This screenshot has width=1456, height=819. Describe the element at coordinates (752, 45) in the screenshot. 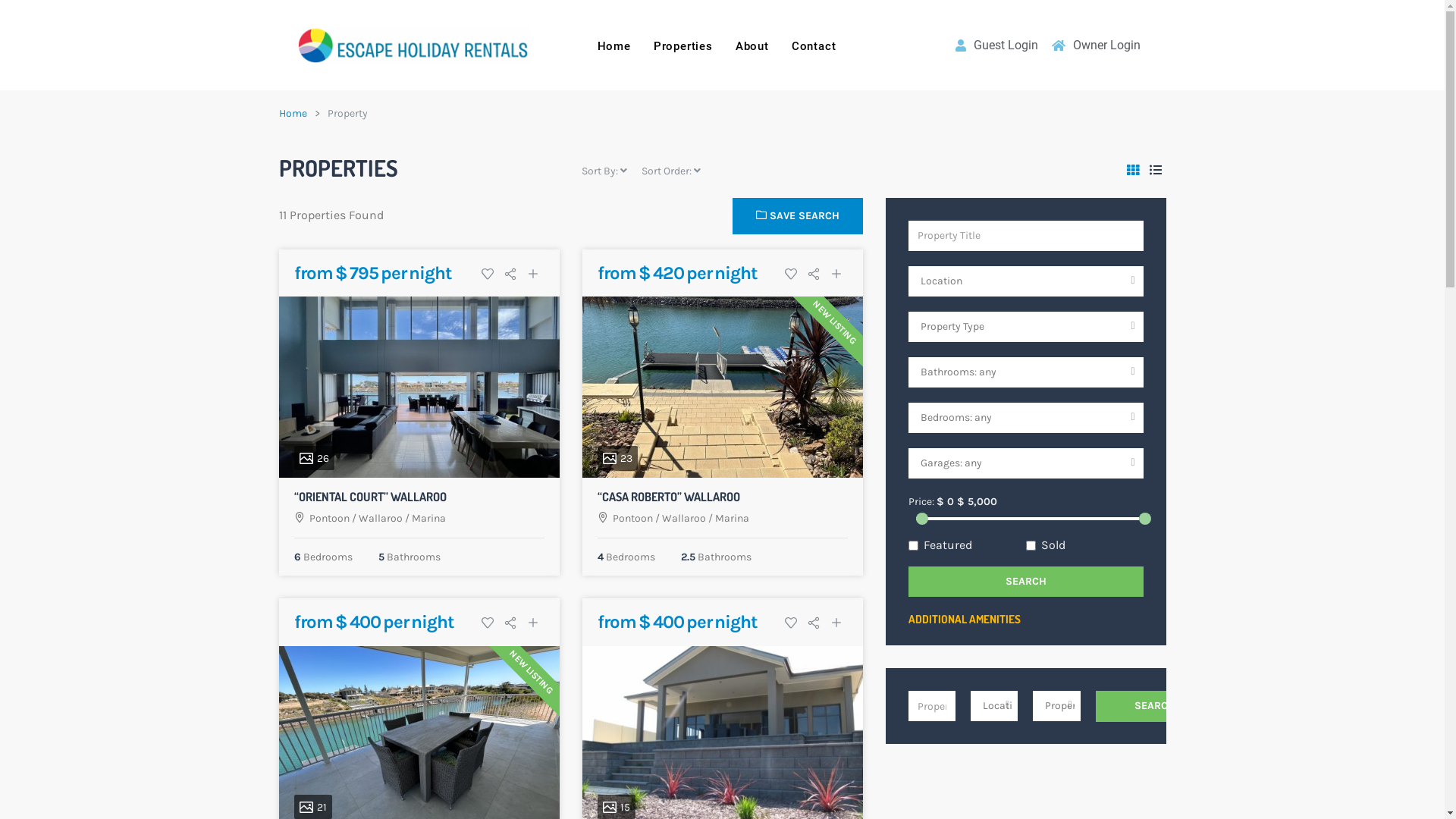

I see `'About'` at that location.